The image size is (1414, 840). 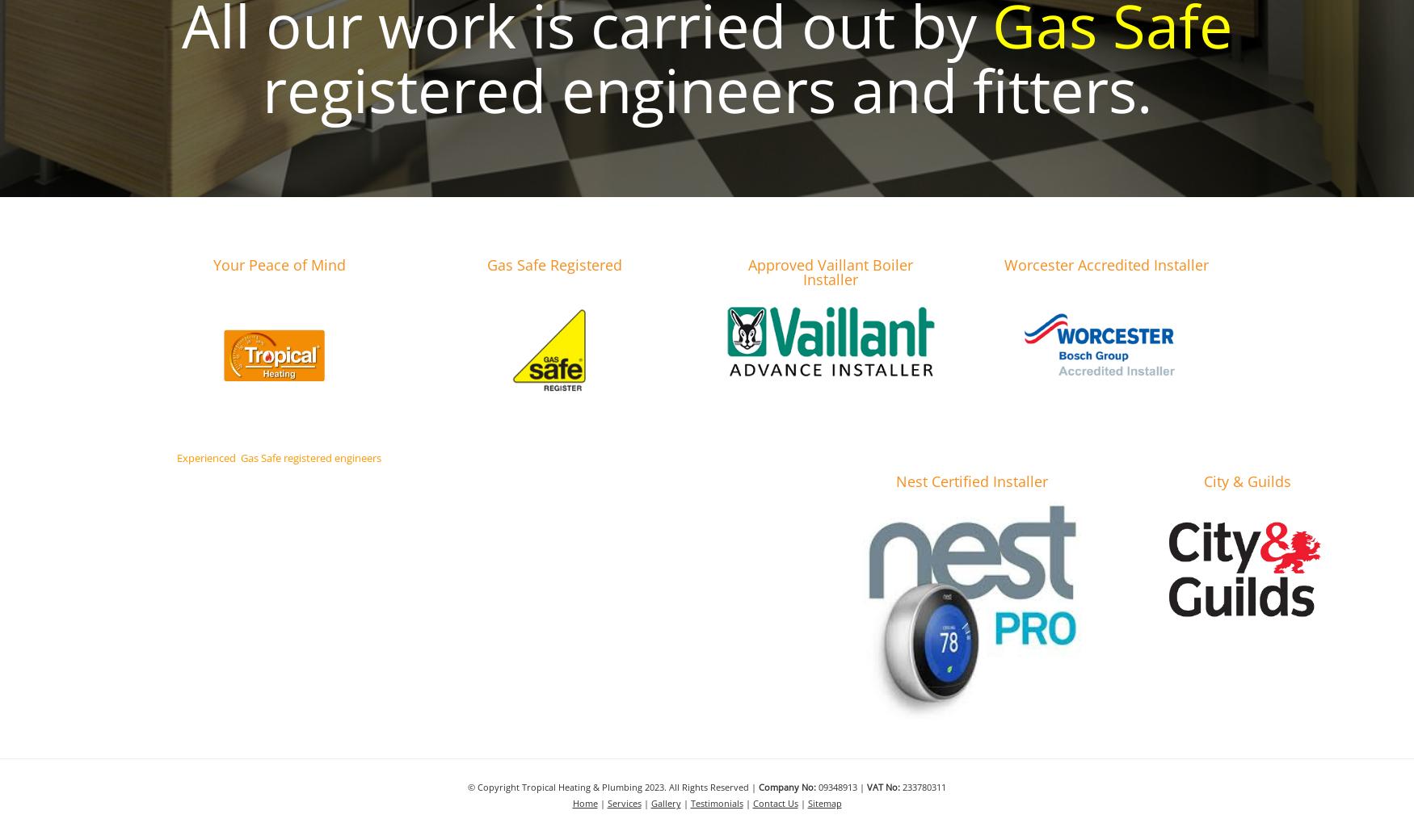 What do you see at coordinates (971, 481) in the screenshot?
I see `'Nest Certified Installer'` at bounding box center [971, 481].